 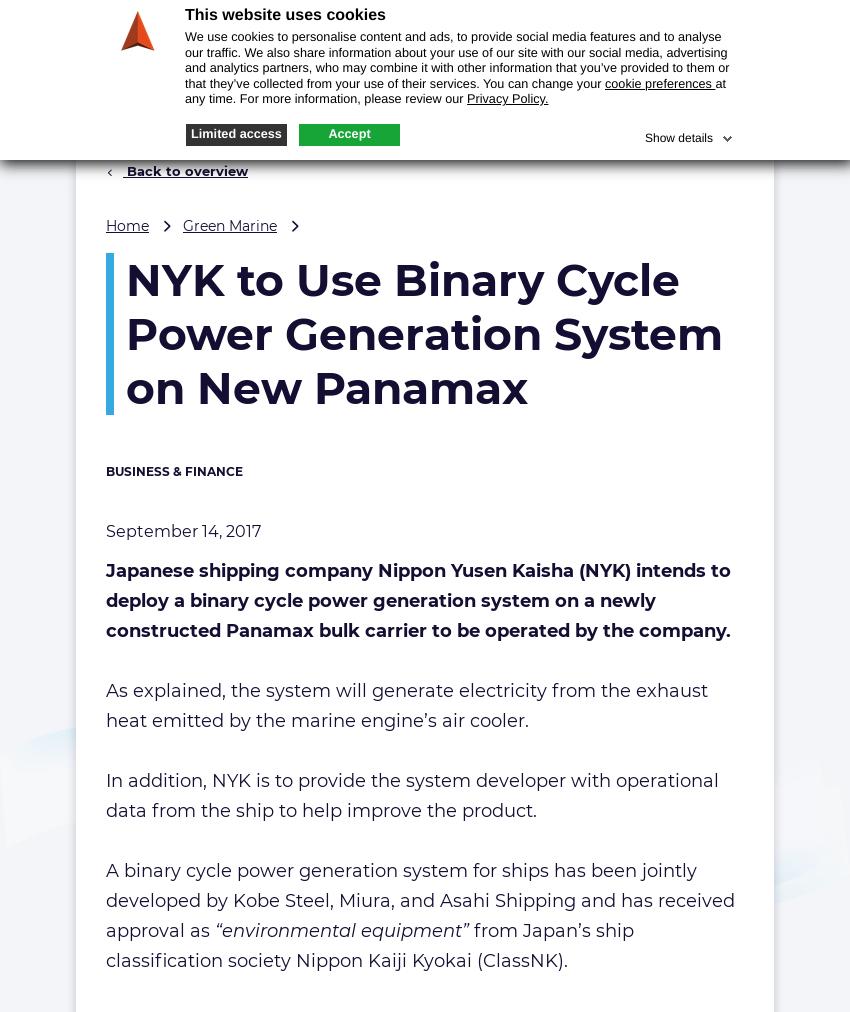 I want to click on 'A binary cycle power generation system for ships has been jointly developed by Kobe Steel, Miura, and Asahi Shipping and has received approval as', so click(x=420, y=900).